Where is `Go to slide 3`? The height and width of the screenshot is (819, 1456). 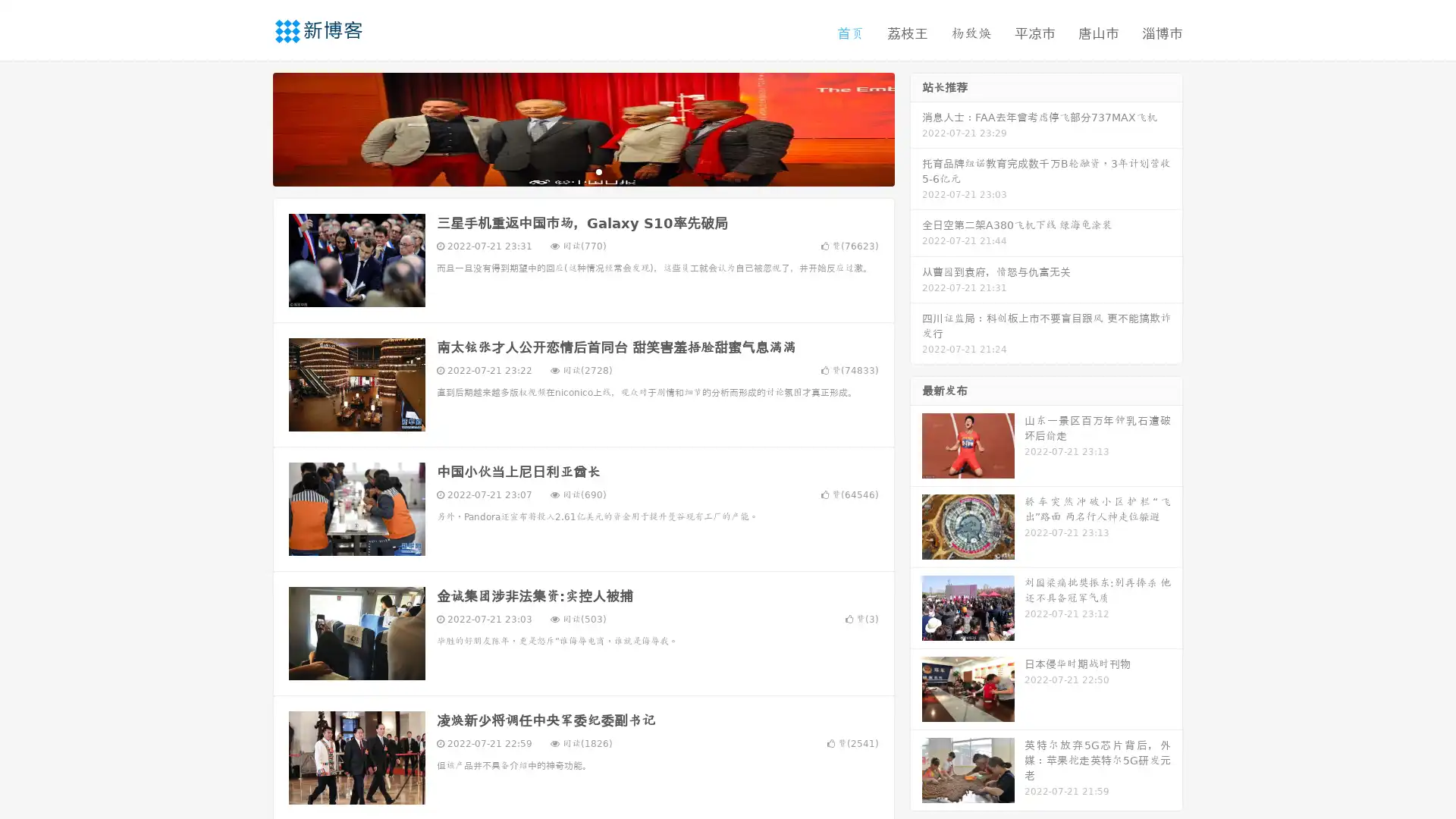
Go to slide 3 is located at coordinates (598, 171).